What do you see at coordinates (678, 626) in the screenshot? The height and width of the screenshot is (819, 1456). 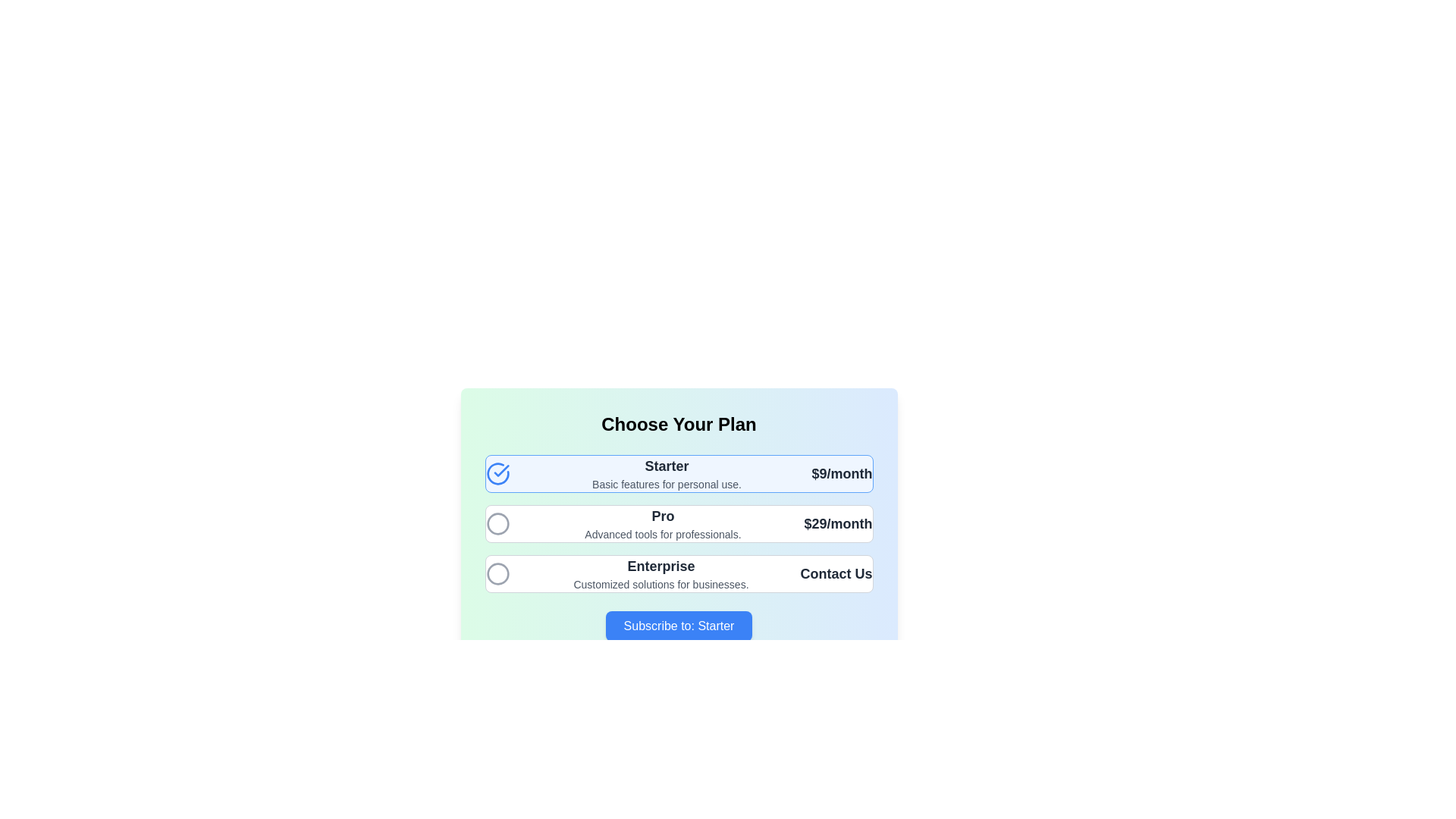 I see `the button located at the bottom center of the pricing card` at bounding box center [678, 626].